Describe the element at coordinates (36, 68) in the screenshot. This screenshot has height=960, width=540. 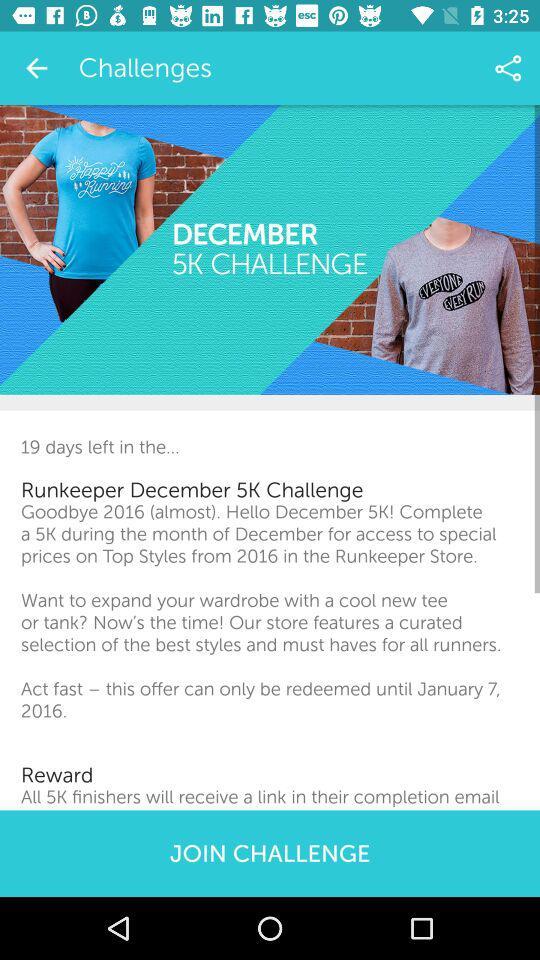
I see `the item to the left of challenges item` at that location.